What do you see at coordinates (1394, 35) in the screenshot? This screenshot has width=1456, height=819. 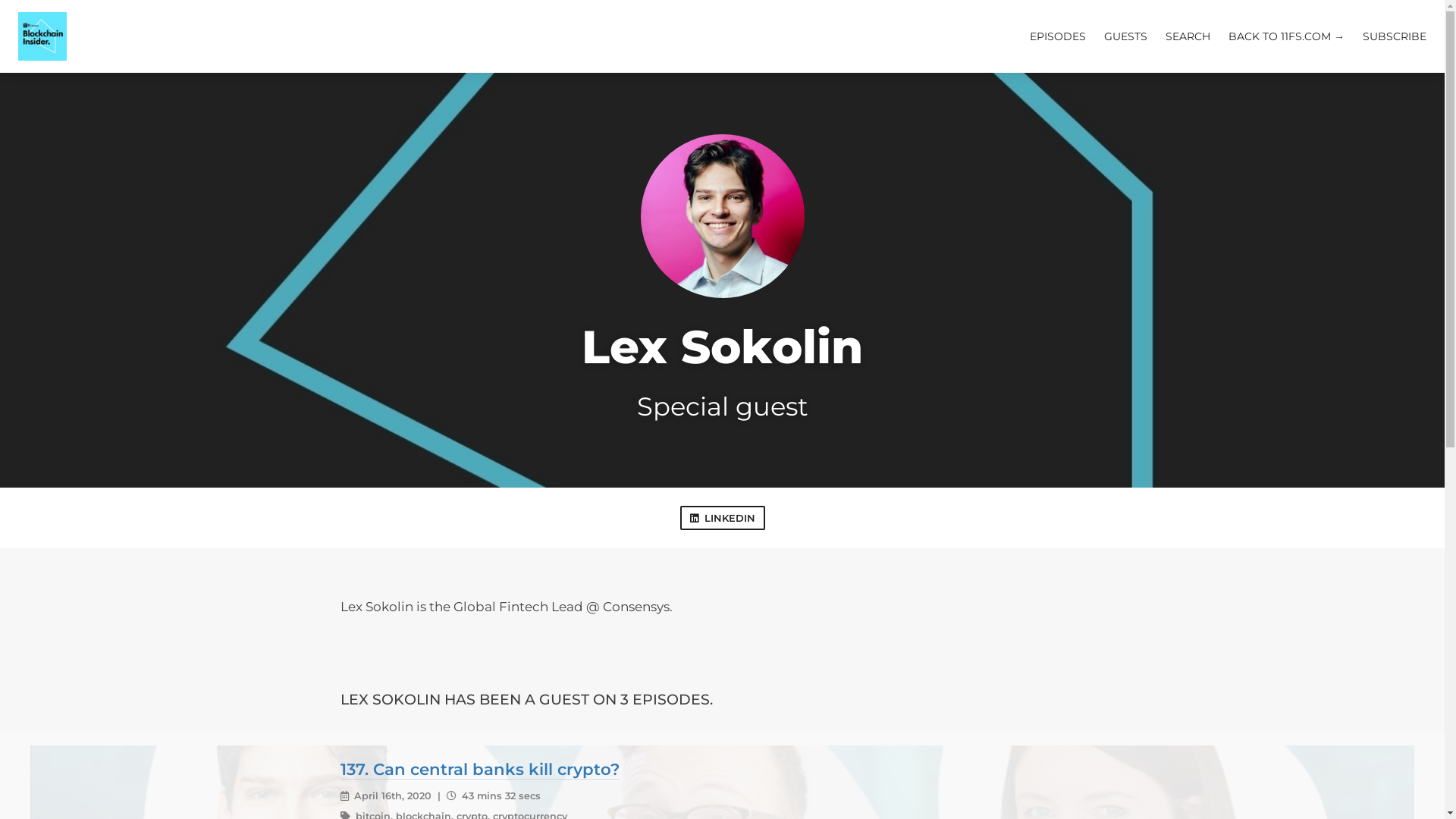 I see `'SUBSCRIBE'` at bounding box center [1394, 35].